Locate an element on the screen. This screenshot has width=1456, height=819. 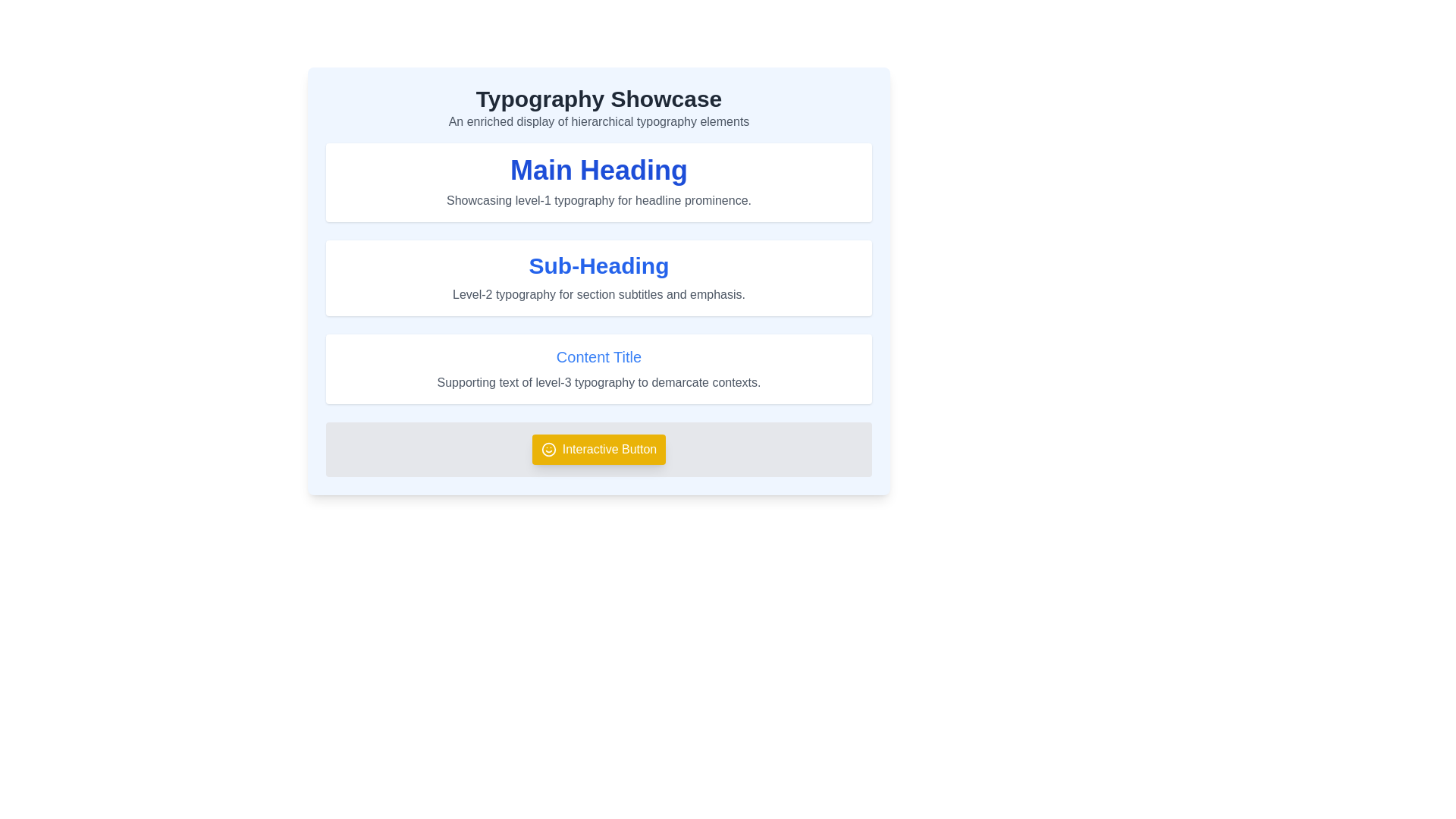
the yellow circular element with a white stroke that is part of an SVG icon, located near the bottom section of the interface, associated with the 'Interactive Button' is located at coordinates (548, 449).